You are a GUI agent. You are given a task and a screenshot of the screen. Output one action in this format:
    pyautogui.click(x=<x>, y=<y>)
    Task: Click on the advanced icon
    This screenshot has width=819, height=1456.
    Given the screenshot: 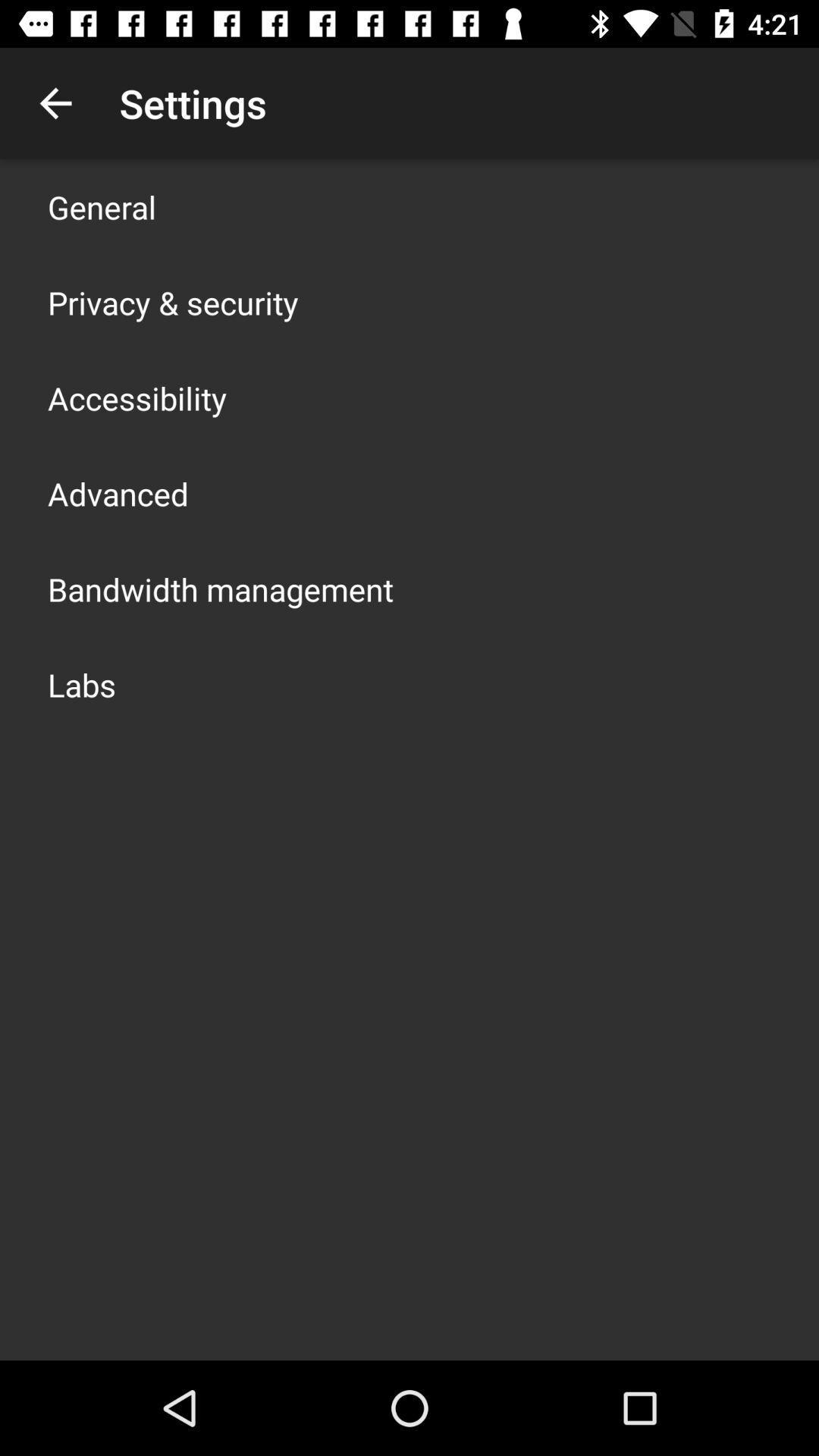 What is the action you would take?
    pyautogui.click(x=117, y=494)
    